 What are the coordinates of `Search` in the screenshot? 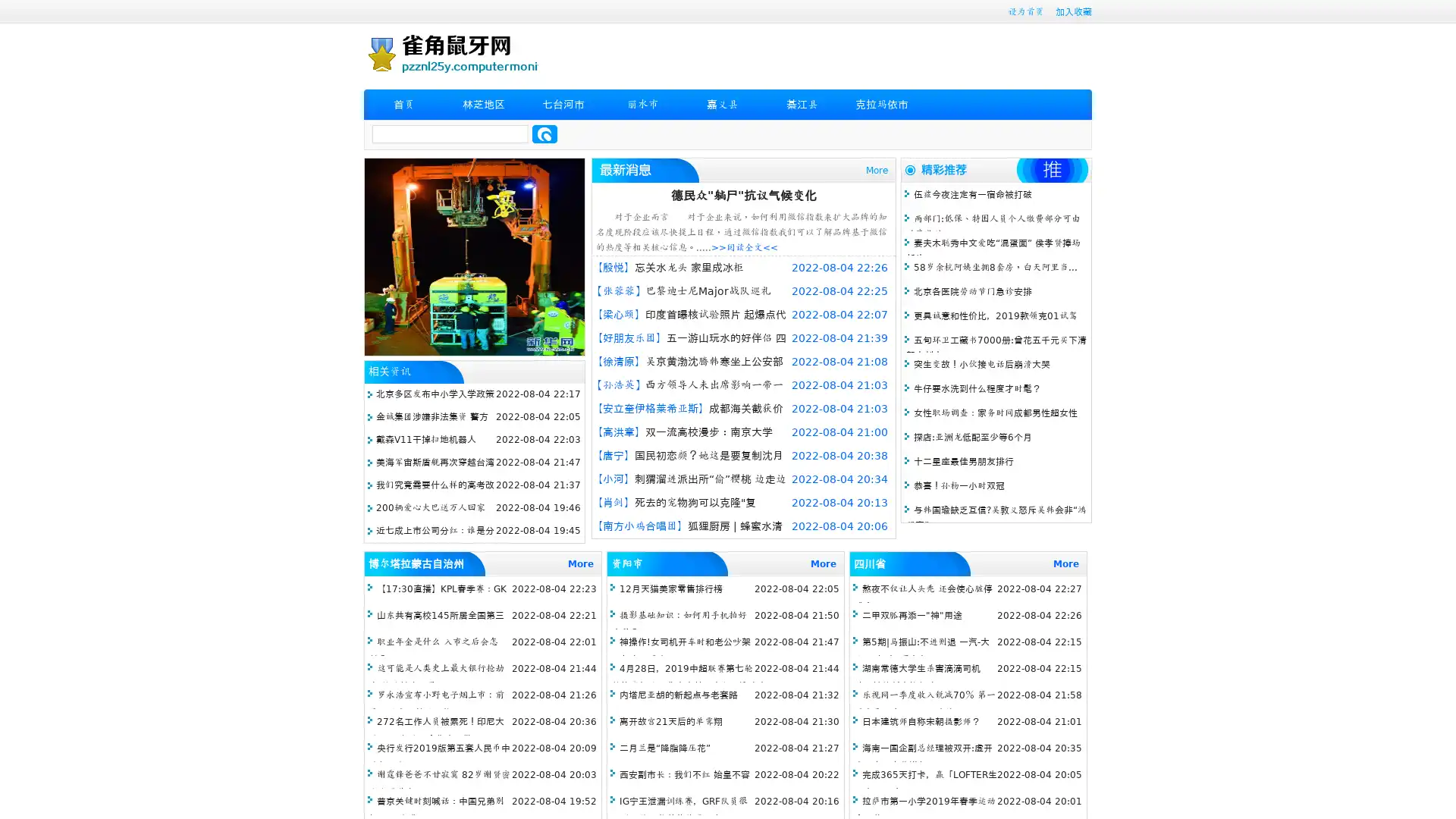 It's located at (544, 133).